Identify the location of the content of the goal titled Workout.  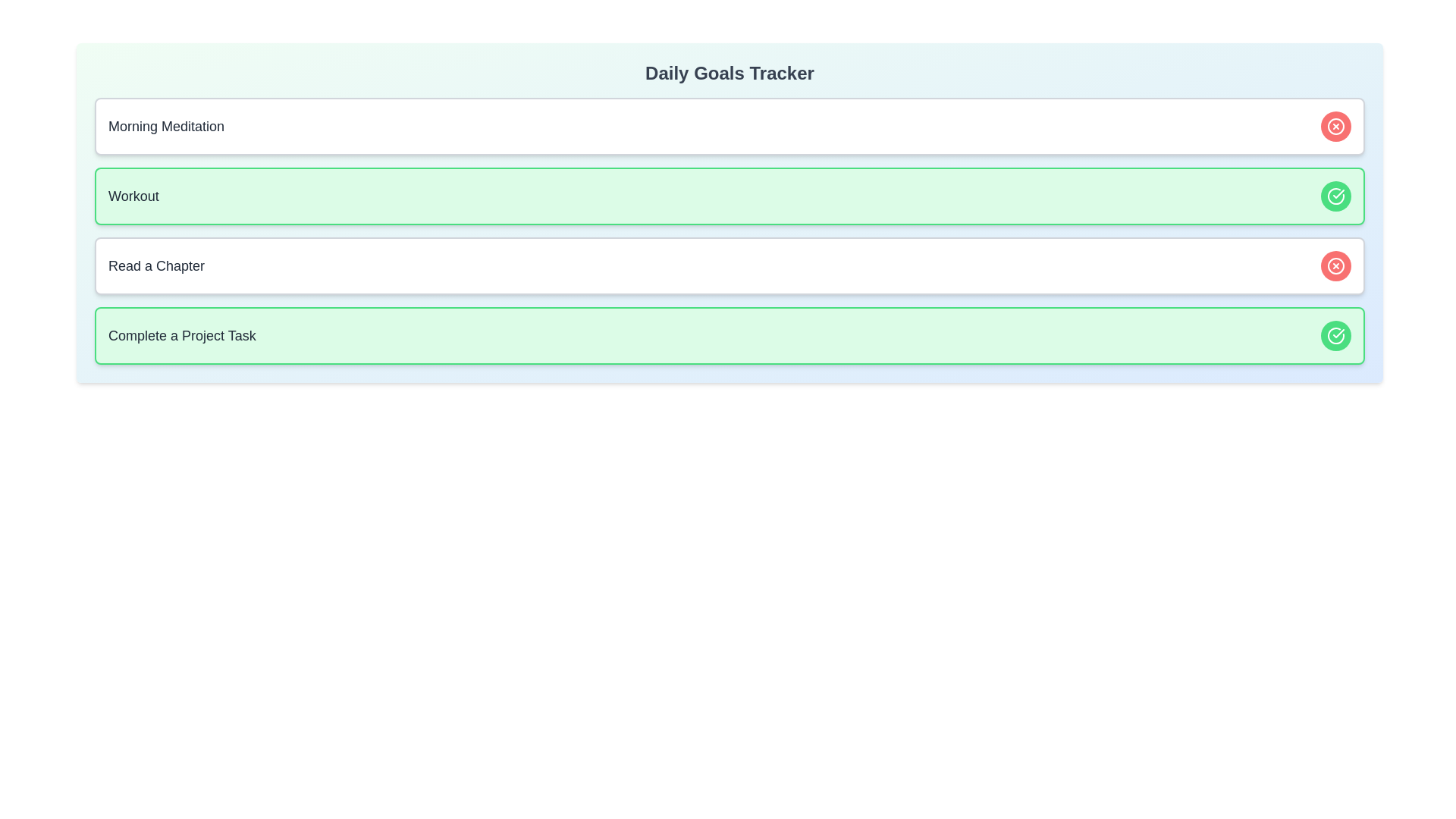
(133, 195).